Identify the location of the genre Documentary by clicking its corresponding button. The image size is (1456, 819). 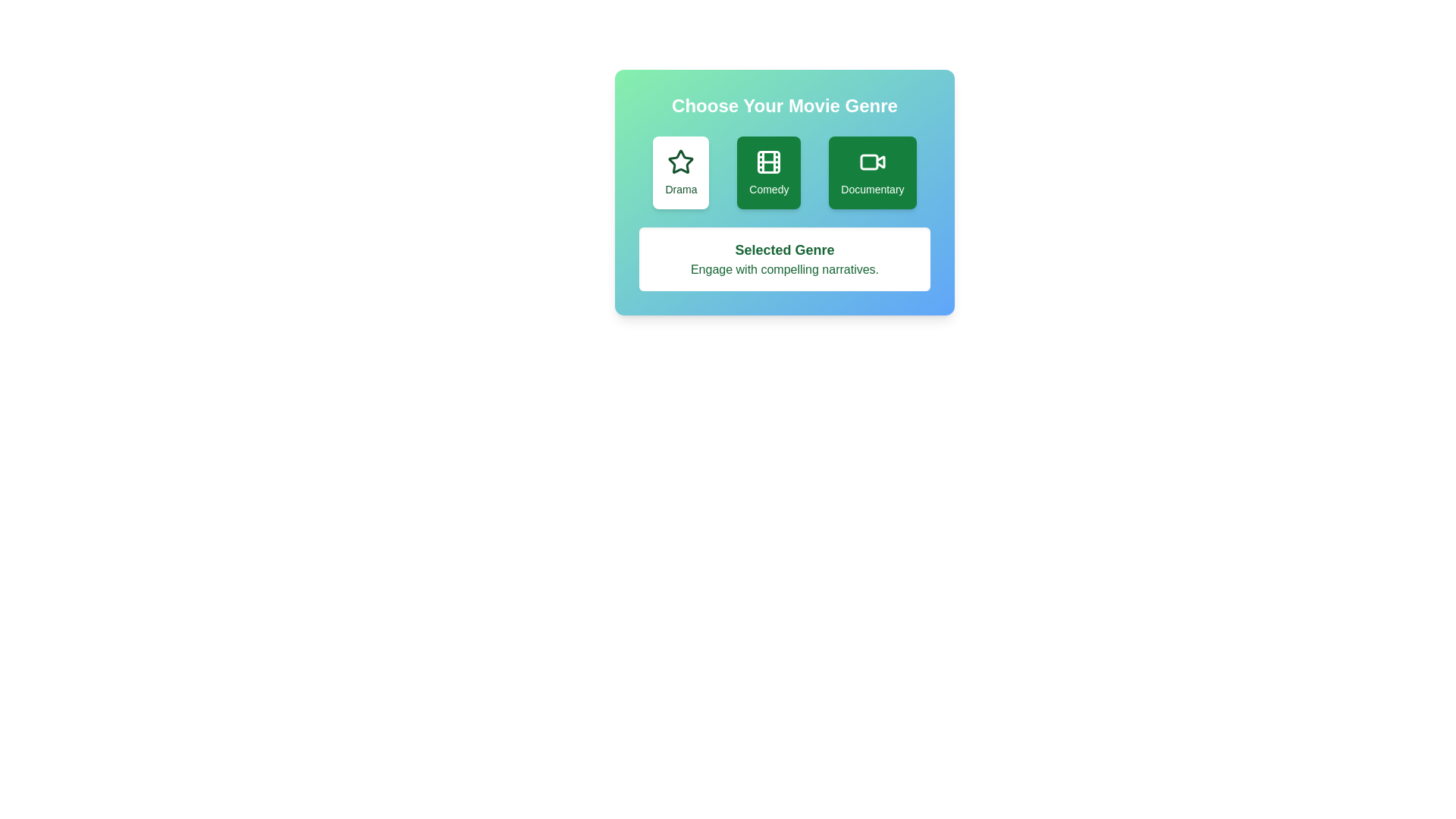
(872, 171).